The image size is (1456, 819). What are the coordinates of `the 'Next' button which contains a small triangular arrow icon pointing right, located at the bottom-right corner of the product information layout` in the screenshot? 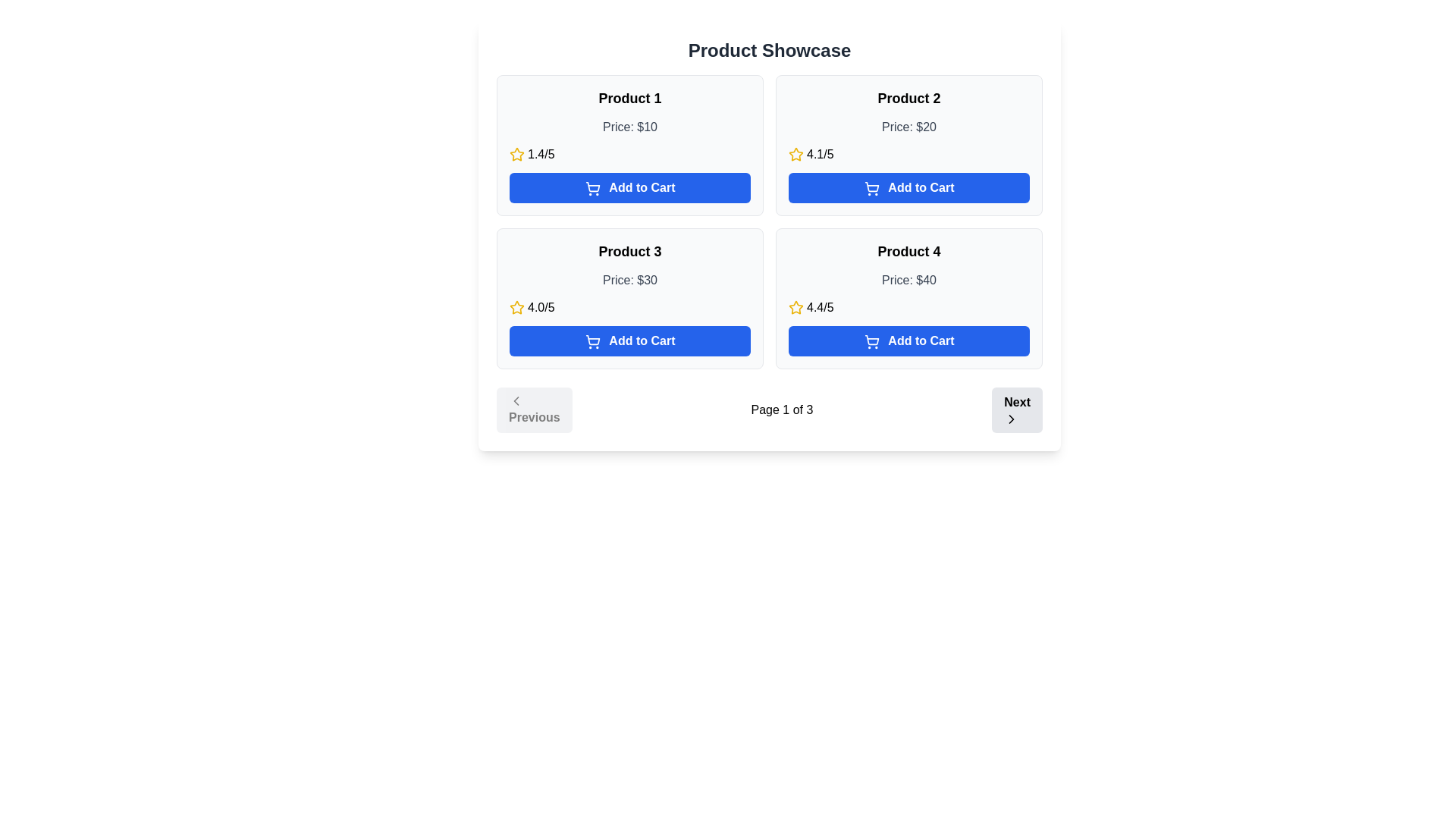 It's located at (1012, 419).